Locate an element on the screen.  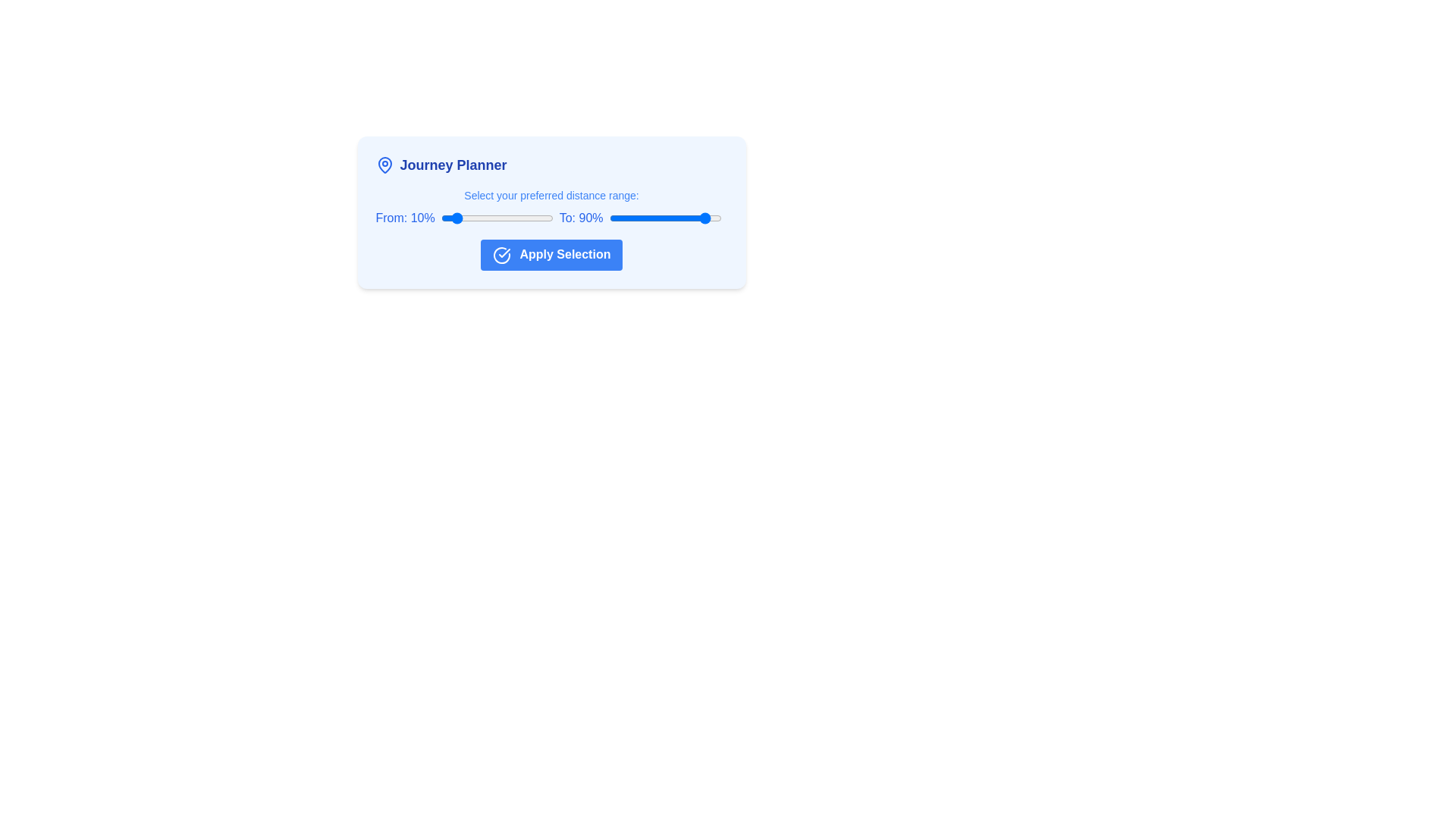
the slider value is located at coordinates (663, 218).